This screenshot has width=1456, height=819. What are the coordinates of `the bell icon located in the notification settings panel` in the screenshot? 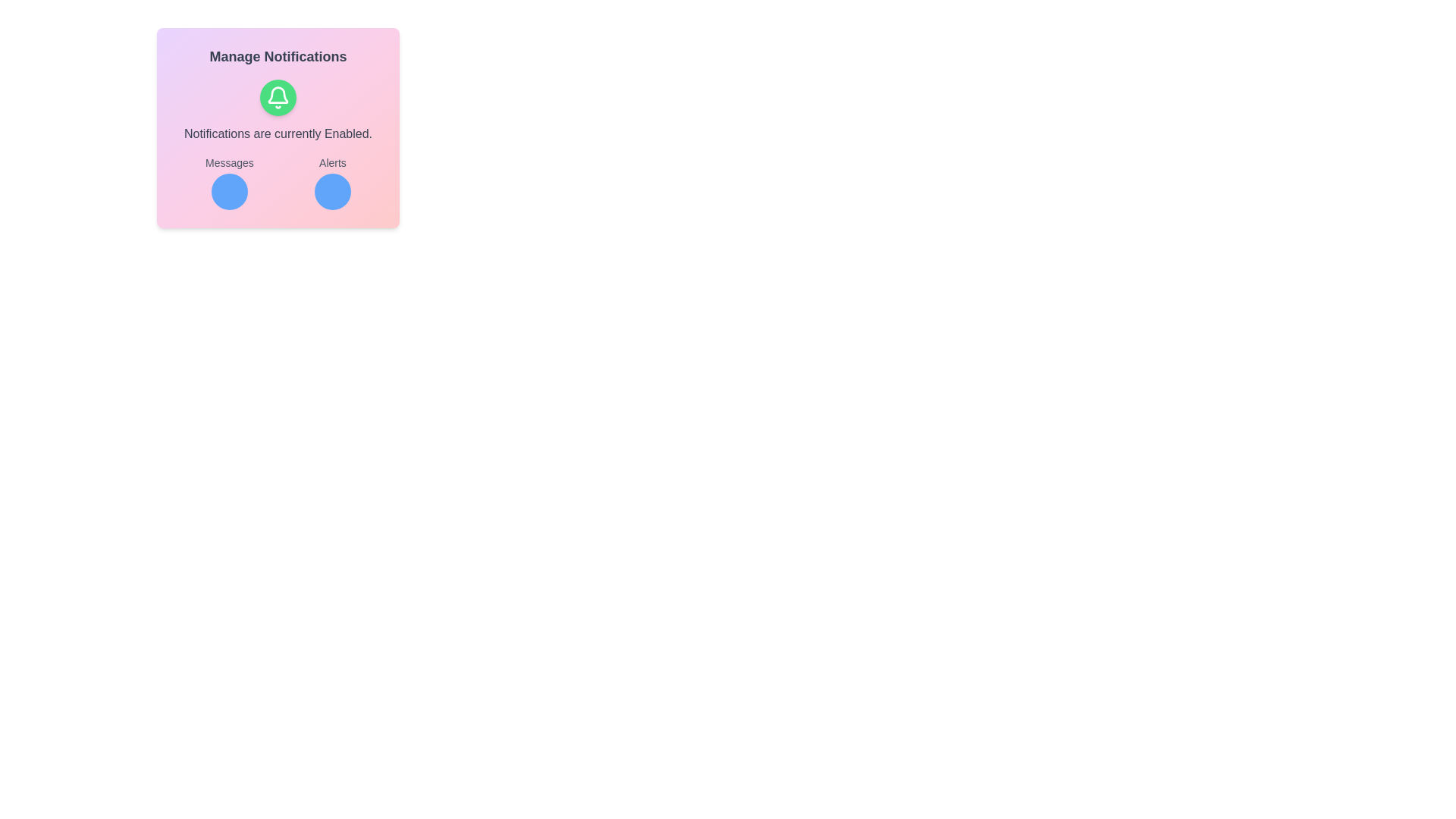 It's located at (278, 97).